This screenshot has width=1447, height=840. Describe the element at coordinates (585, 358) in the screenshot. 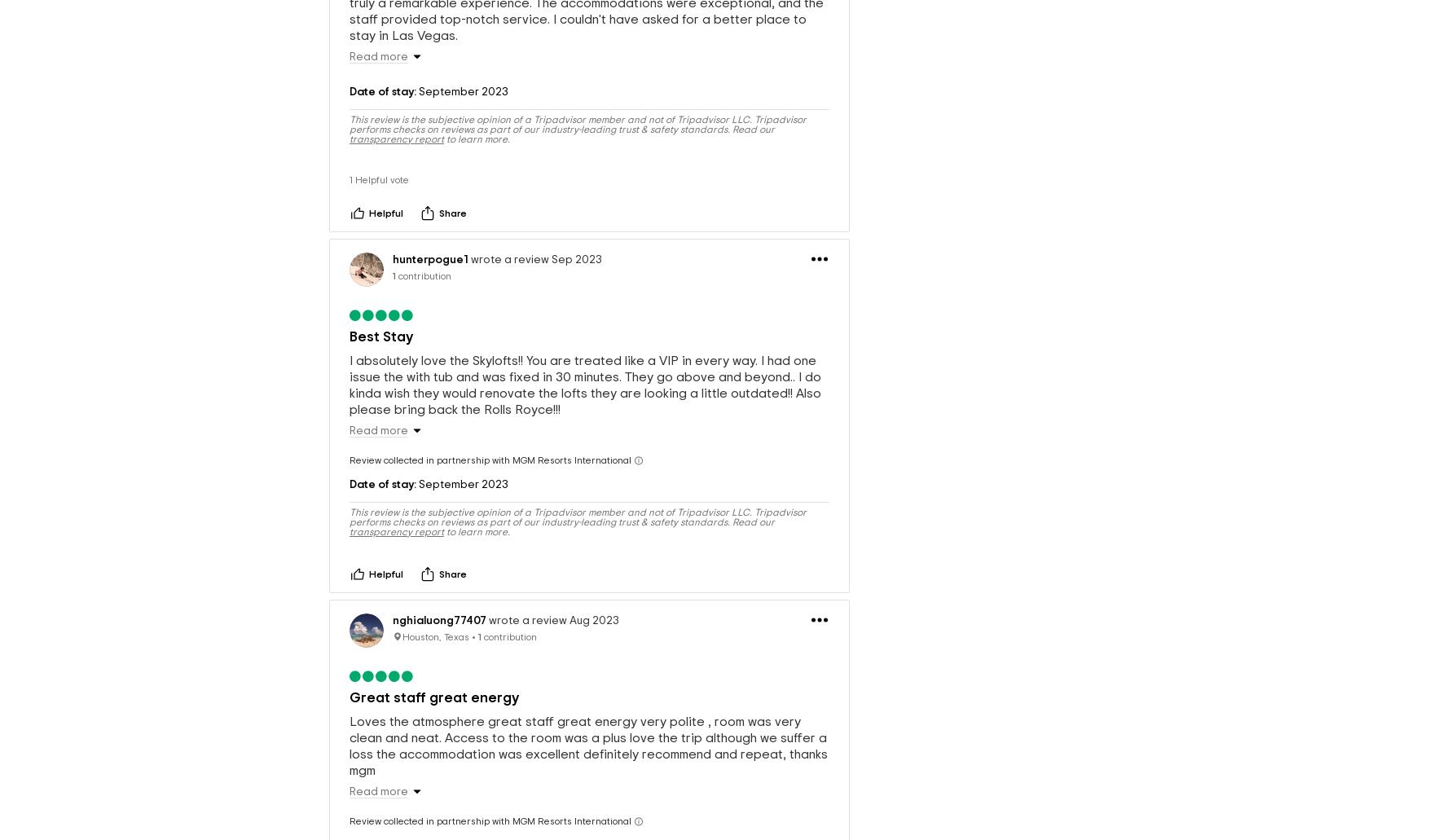

I see `'I absolutely love the Skylofts!! You are treated like a VIP in every way. I had one issue the with tub and was fixed in 30 minutes. They go above and beyond.. I do kinda wish they would renovate the lofts they are looking a little outdated!! Also please bring back the Rolls Royce!!!'` at that location.